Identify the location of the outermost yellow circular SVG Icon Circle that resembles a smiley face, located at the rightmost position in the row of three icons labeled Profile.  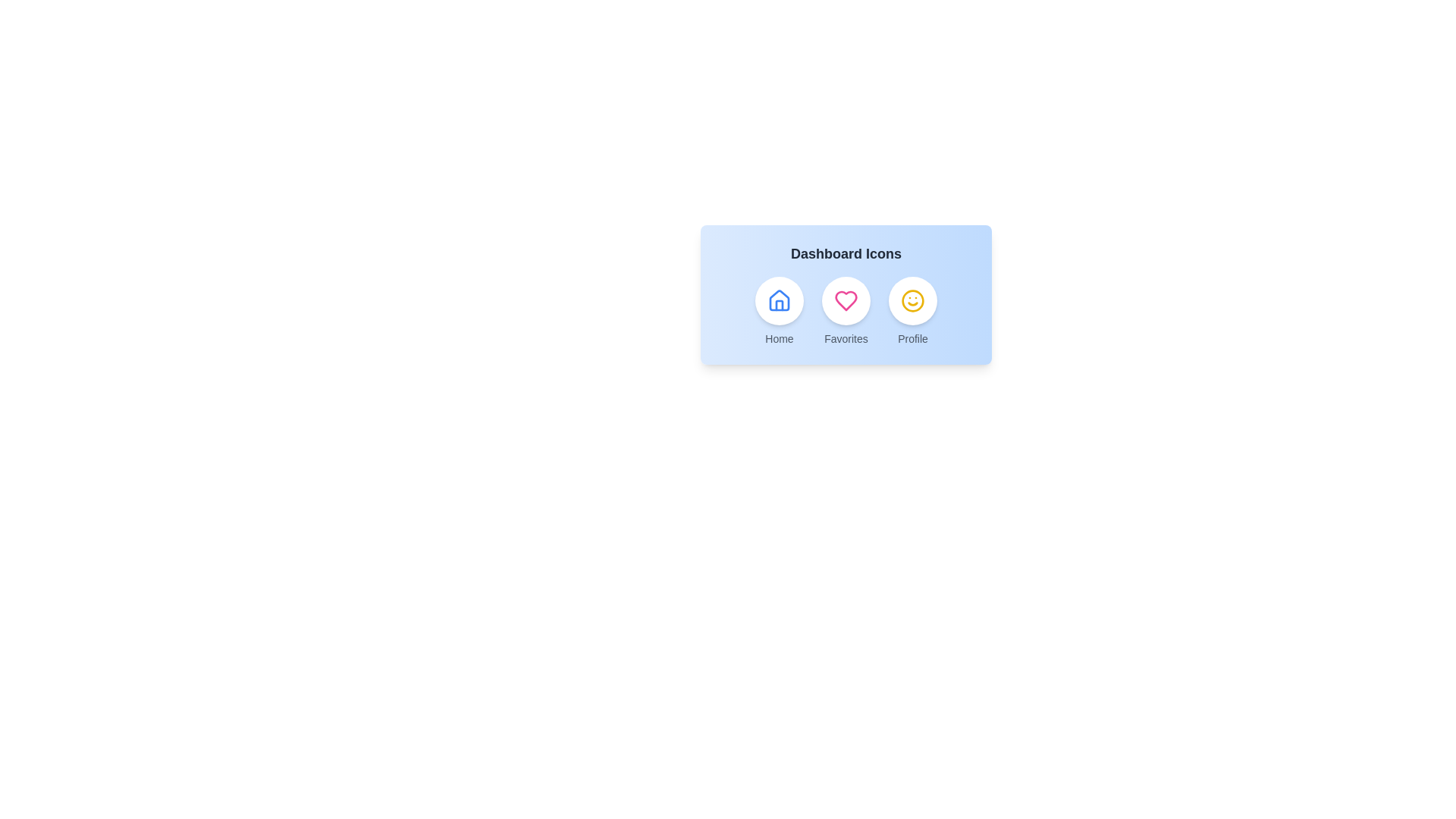
(912, 301).